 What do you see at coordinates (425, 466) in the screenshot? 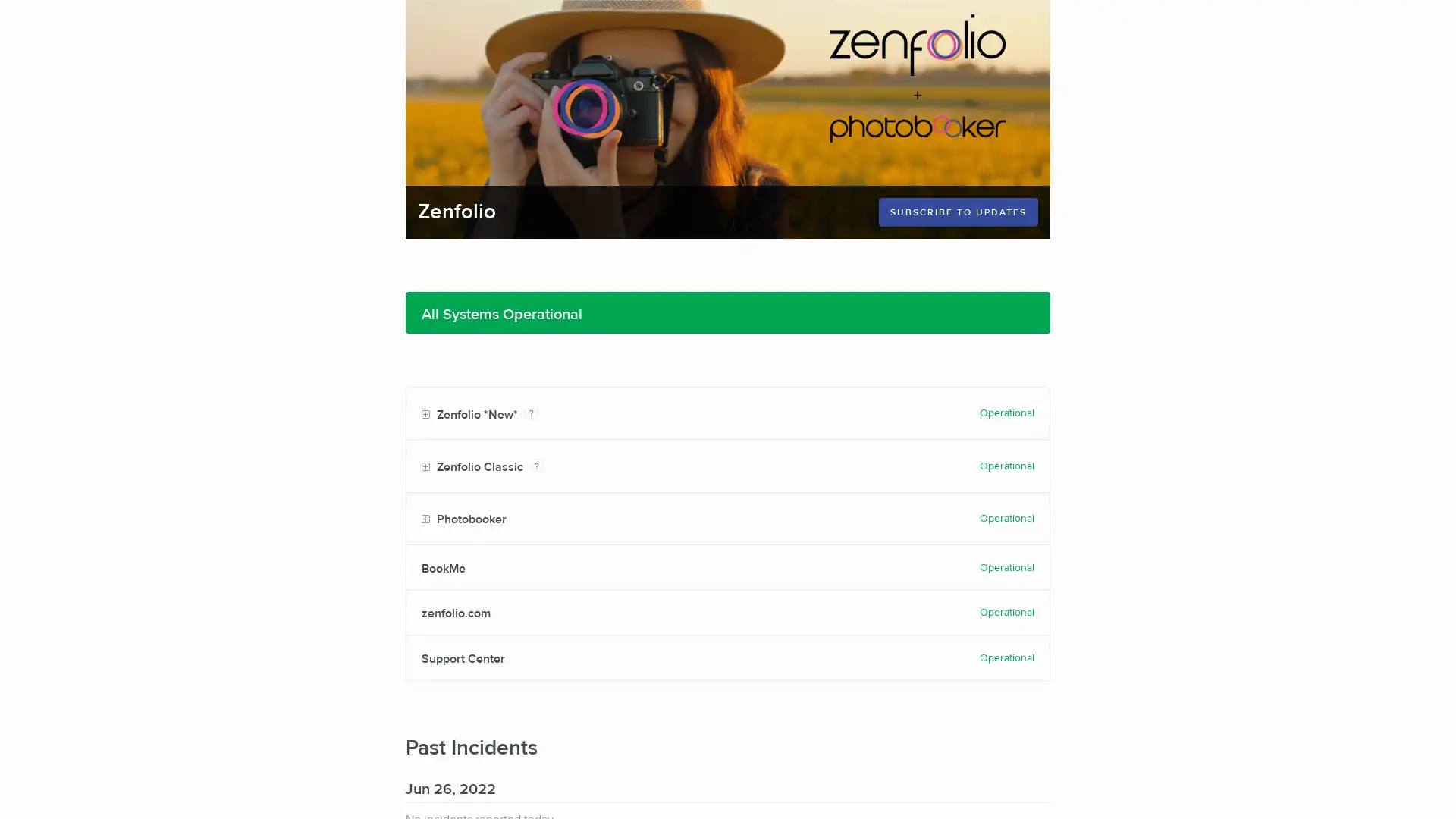
I see `Toggle Zenfolio Classic` at bounding box center [425, 466].